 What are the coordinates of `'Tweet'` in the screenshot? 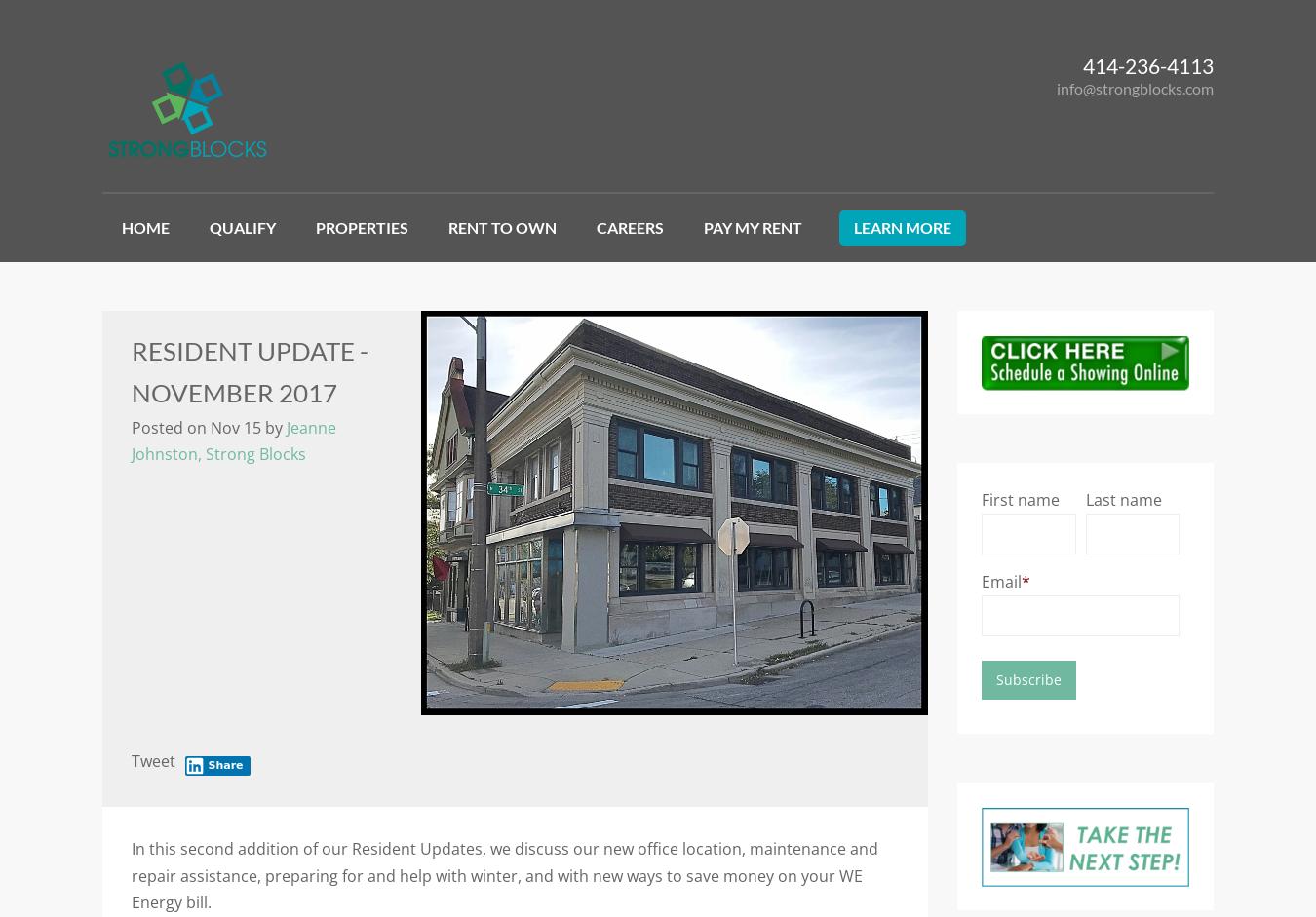 It's located at (153, 761).